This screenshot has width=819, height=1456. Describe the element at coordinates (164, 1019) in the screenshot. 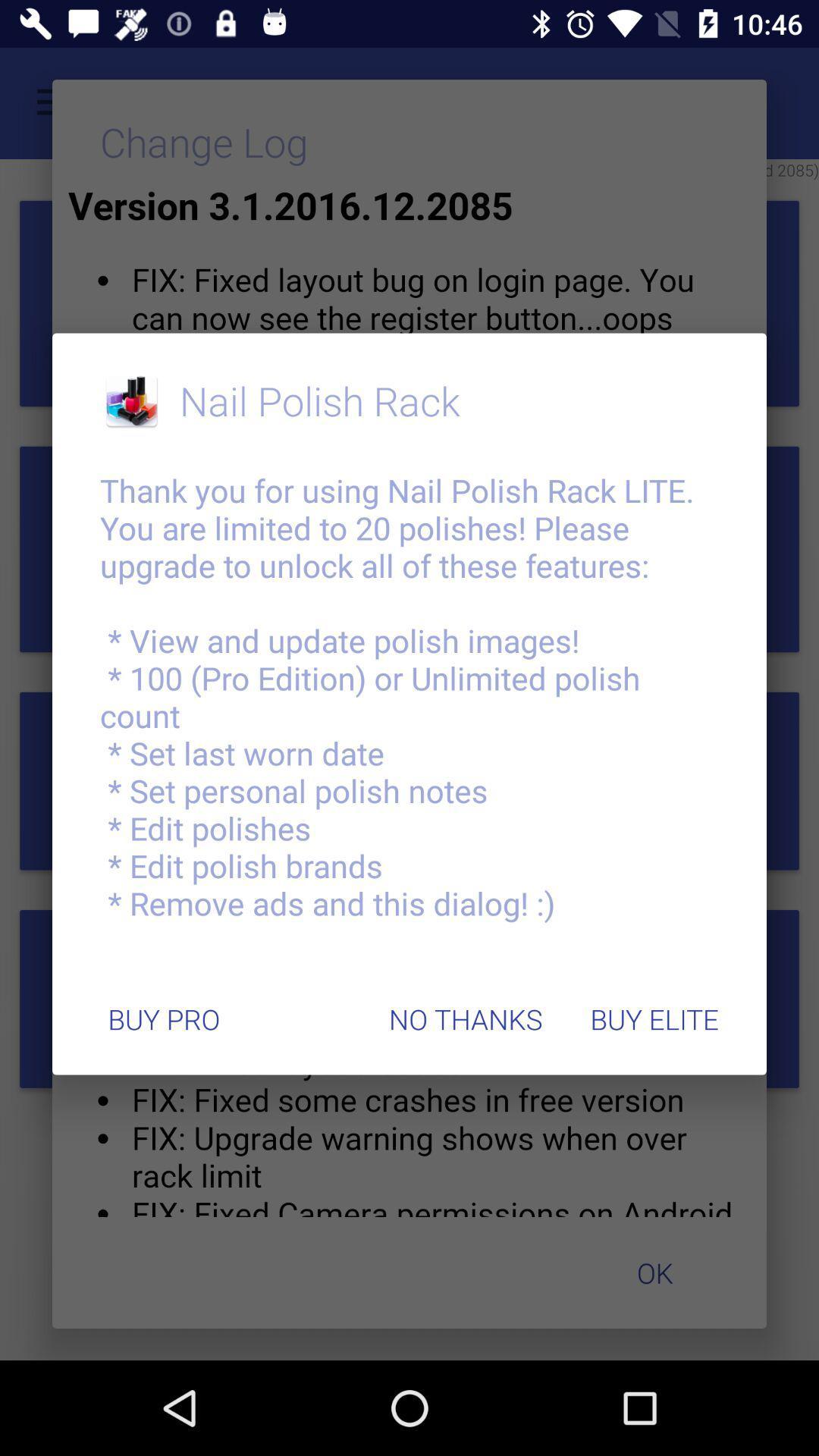

I see `the icon below thank you for item` at that location.